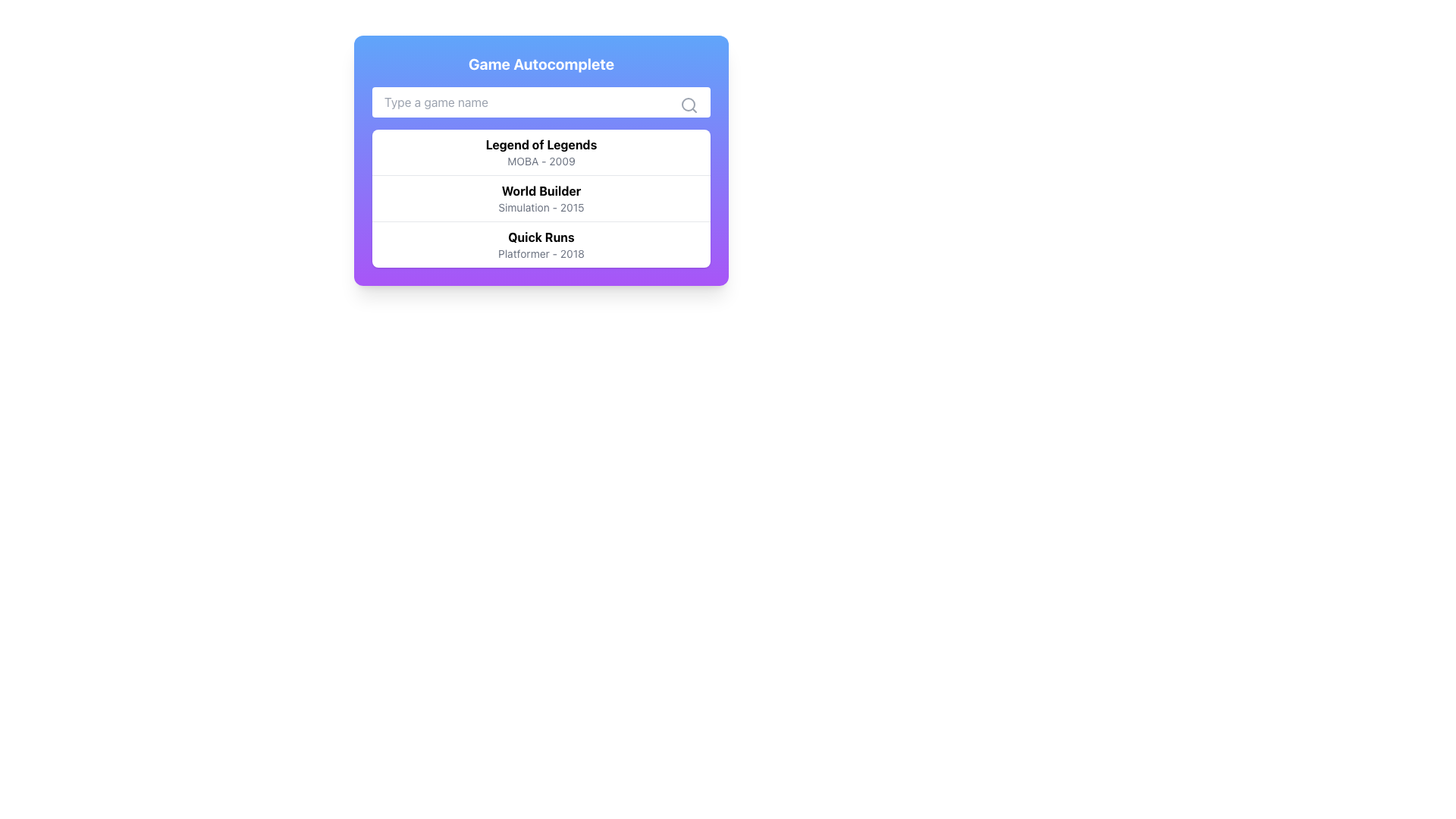 This screenshot has width=1456, height=819. Describe the element at coordinates (541, 207) in the screenshot. I see `the text label displaying 'Simulation - 2015', which is positioned directly beneath the bold title 'World Builder' in a vertical list layout` at that location.